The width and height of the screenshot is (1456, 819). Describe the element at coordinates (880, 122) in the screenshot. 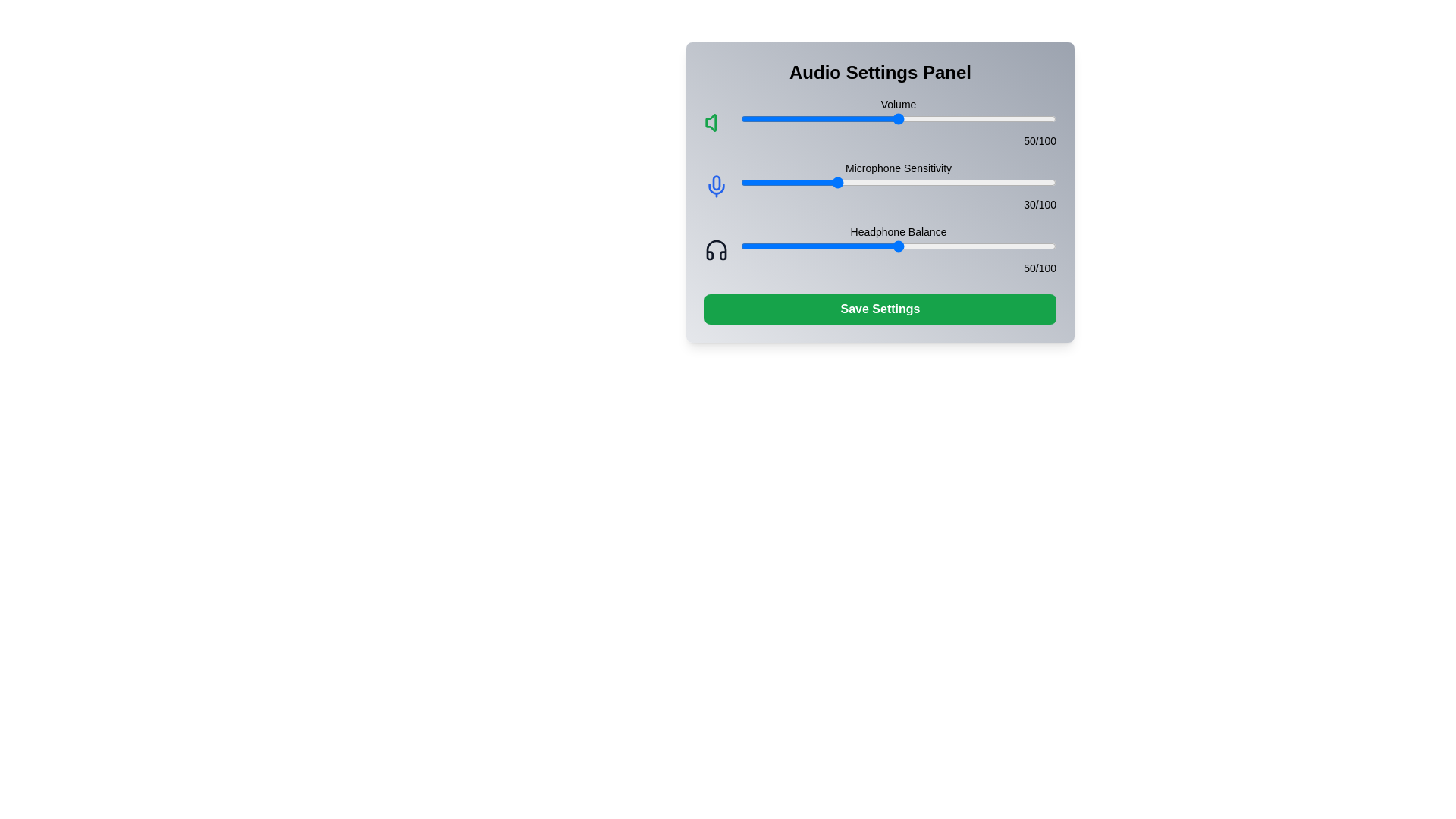

I see `the blue slider bar of the audio volume control section, which features a green speaker icon on the left and a numerical representation of the volume level '50/100' on the right` at that location.